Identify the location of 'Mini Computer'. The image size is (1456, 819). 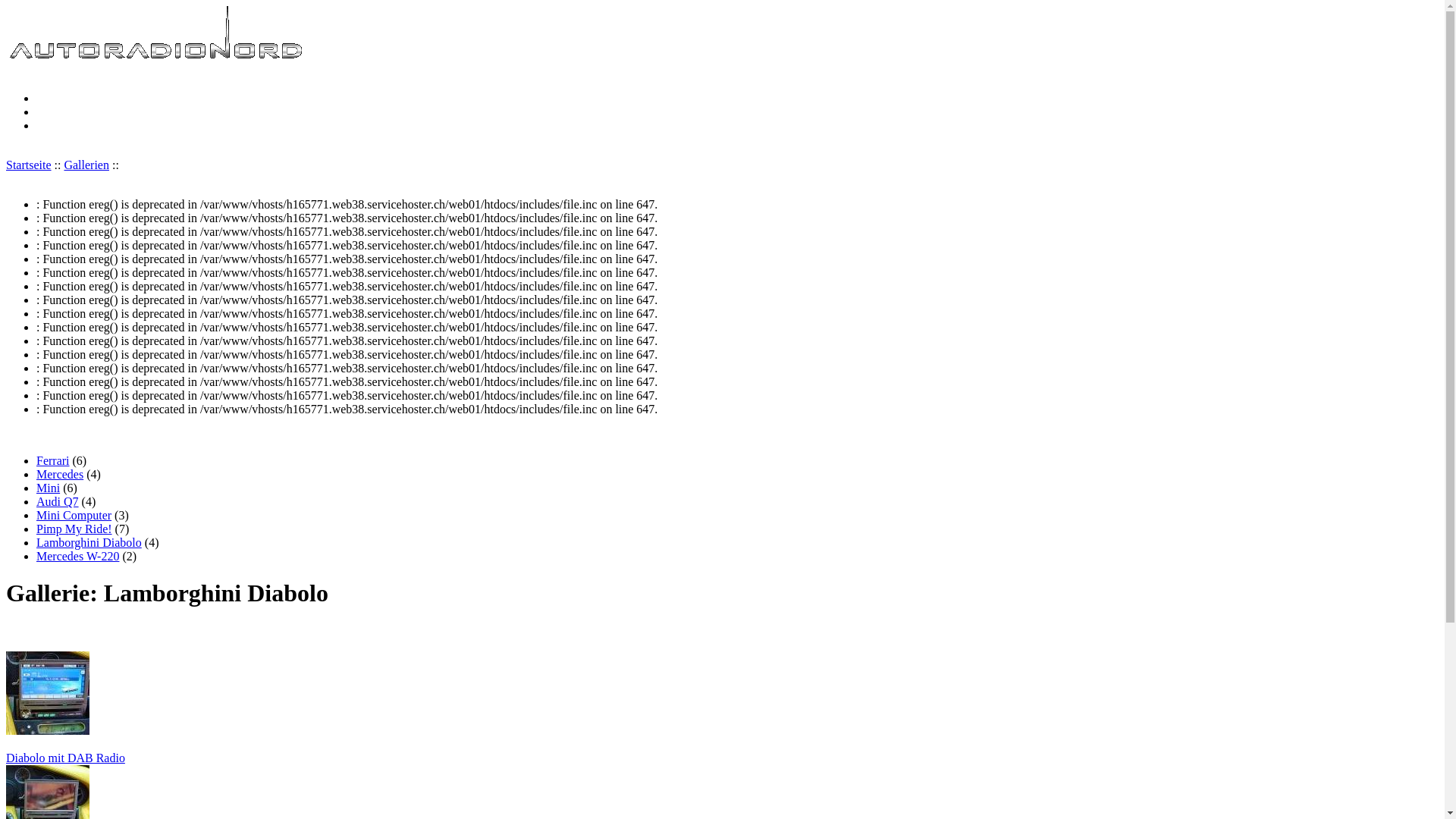
(73, 514).